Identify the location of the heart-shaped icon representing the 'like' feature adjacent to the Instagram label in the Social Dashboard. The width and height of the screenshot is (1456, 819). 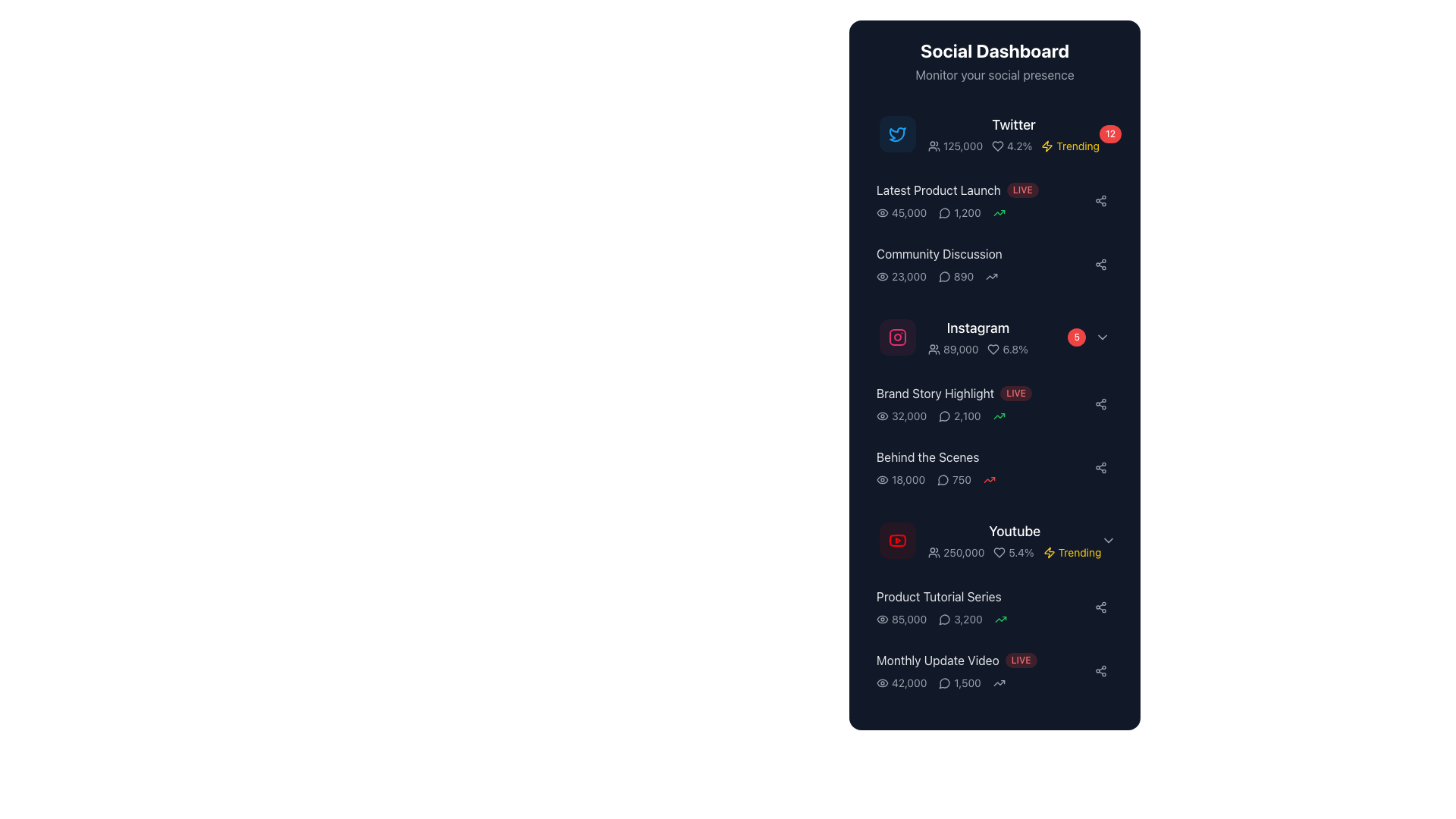
(993, 350).